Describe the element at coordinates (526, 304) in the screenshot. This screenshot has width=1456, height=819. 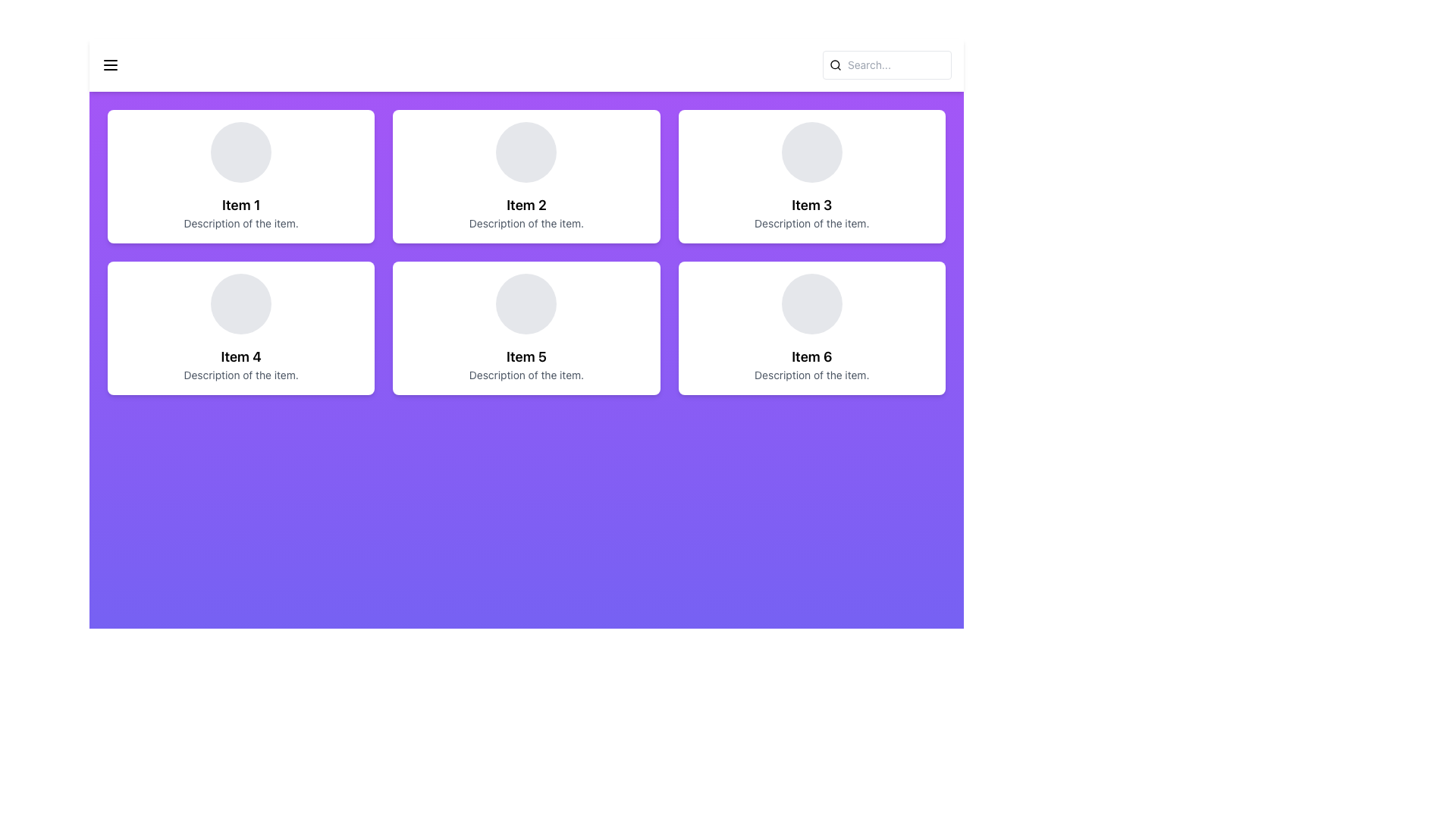
I see `the decorative circular element with a light gray background located in the upper central section of the card labeled 'Item 5'` at that location.